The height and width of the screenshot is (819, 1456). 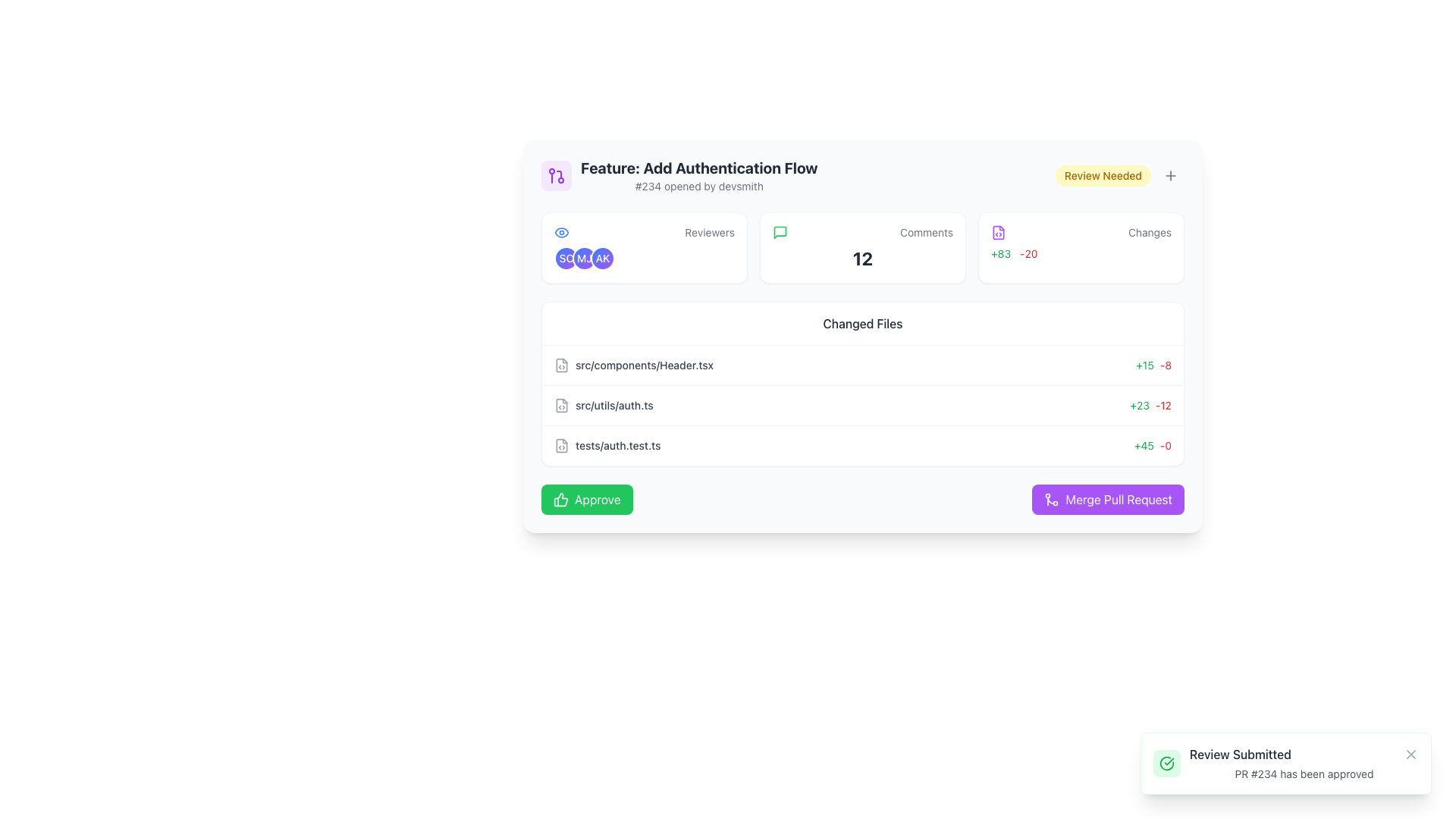 I want to click on the icon representing a pull request located at the top-left corner of the 'Feature: Add Authentication Flow' section, adjacent to the text 'Feature: Add Authentication Flow.', so click(x=556, y=174).